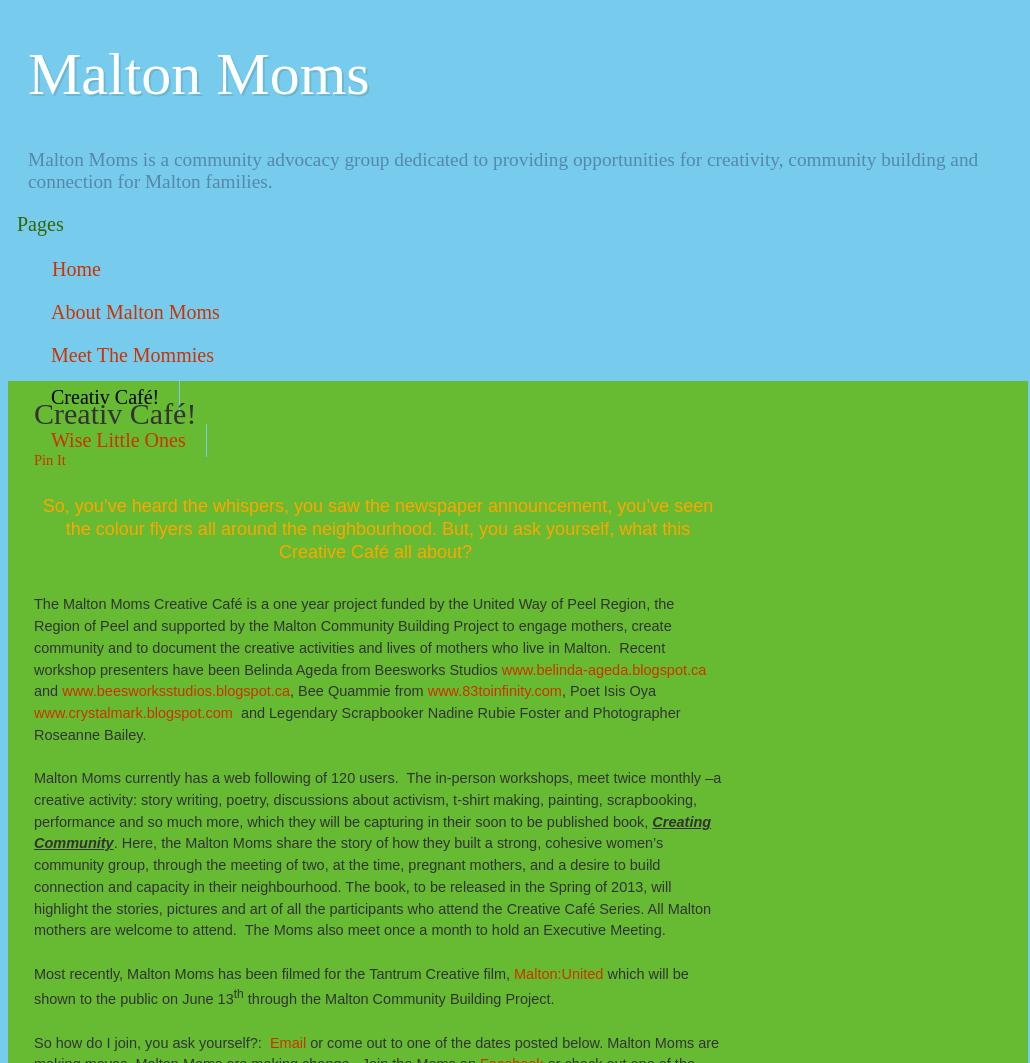 This screenshot has height=1063, width=1030. I want to click on 'So, you’ve heard the whispers, you saw the newspaper
announcement, you’ve seen the colour flyers all around the neighbourhood. But,
you ask yourself, what this Creative Café all about?', so click(42, 527).